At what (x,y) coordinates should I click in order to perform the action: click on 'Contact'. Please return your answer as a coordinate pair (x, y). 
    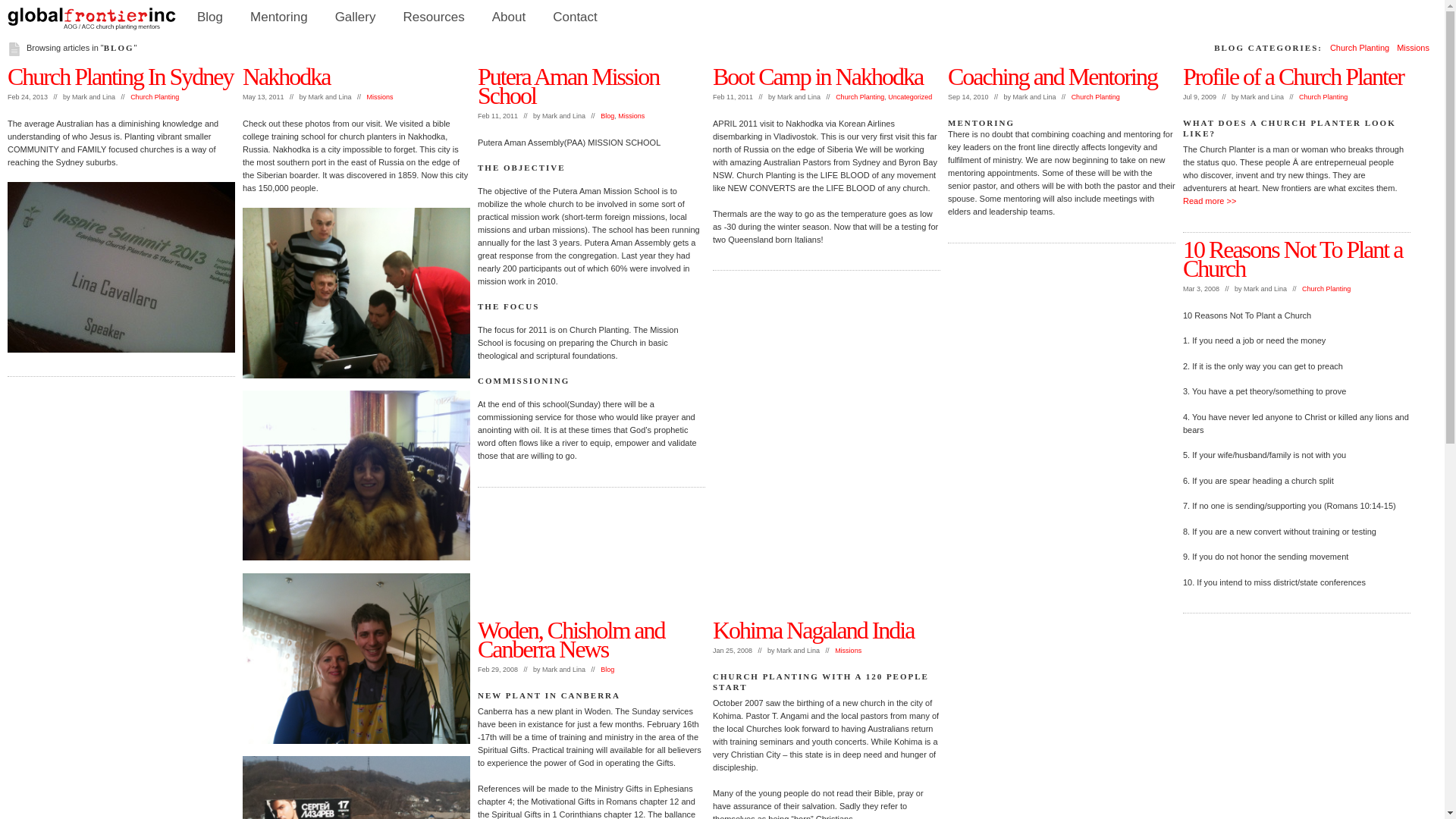
    Looking at the image, I should click on (574, 17).